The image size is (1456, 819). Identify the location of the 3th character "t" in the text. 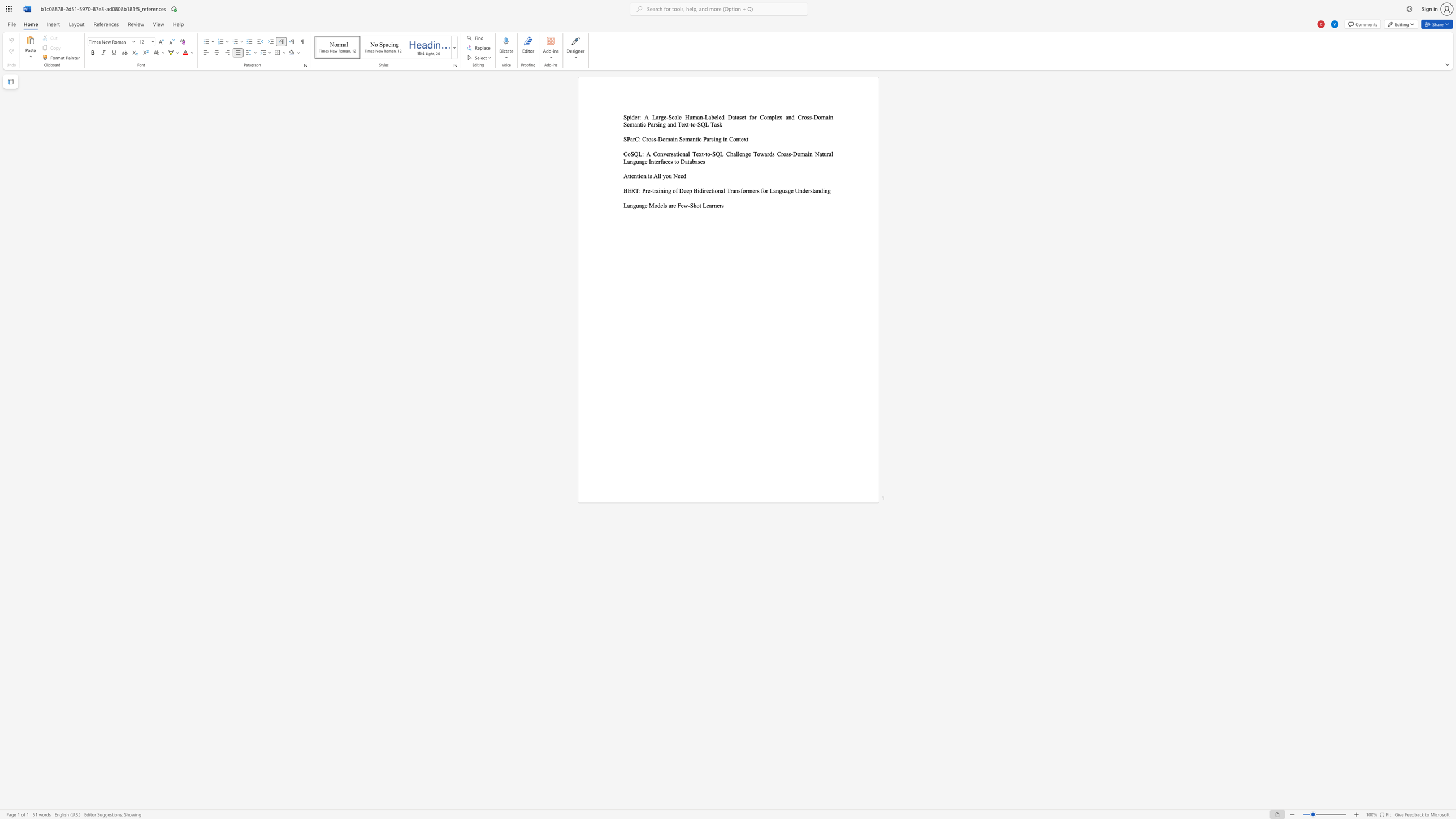
(638, 176).